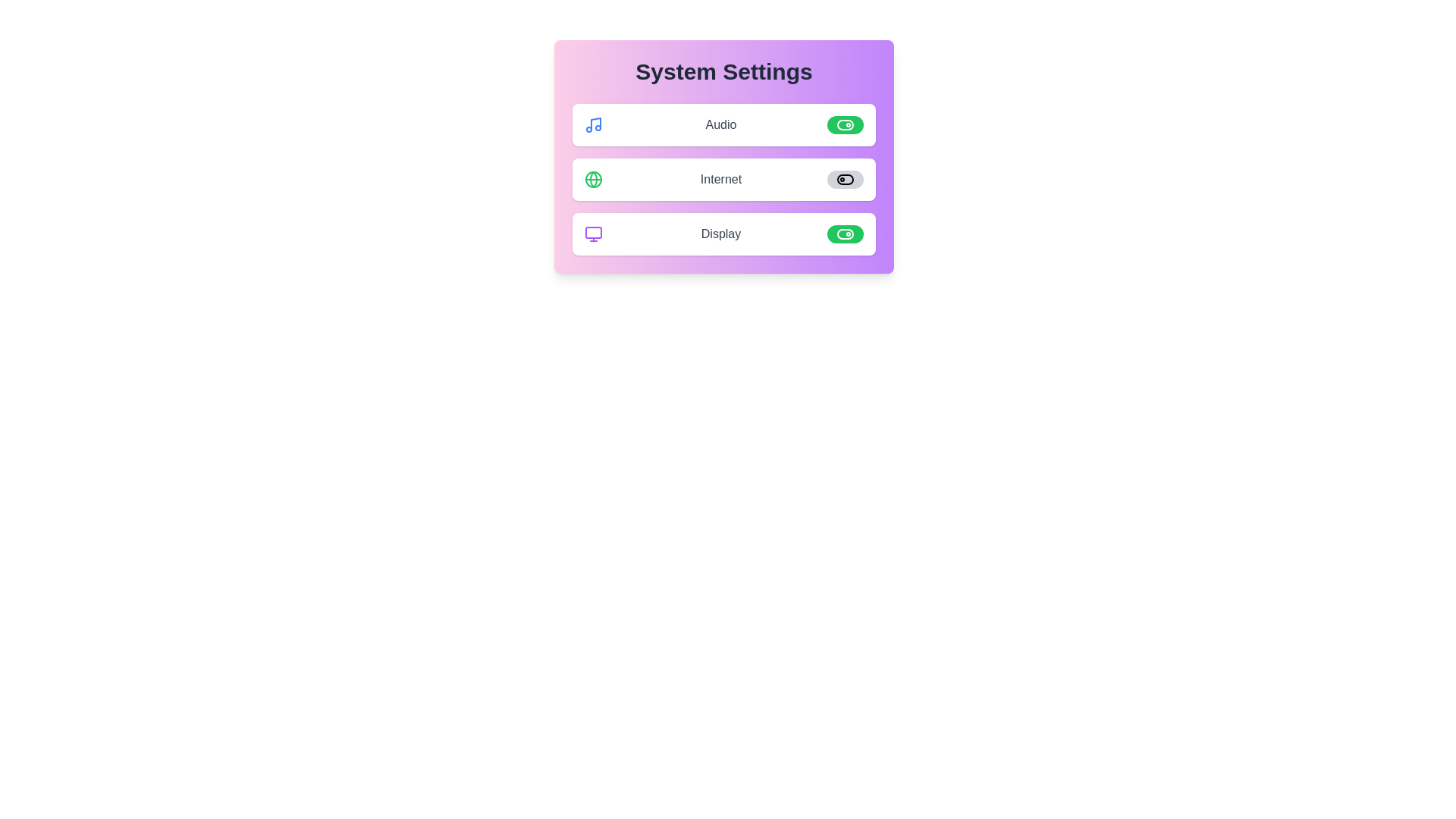 The width and height of the screenshot is (1456, 819). Describe the element at coordinates (592, 178) in the screenshot. I see `the green circle SVG element that is part of the 'Internet' icon in the 'System Settings' interface` at that location.